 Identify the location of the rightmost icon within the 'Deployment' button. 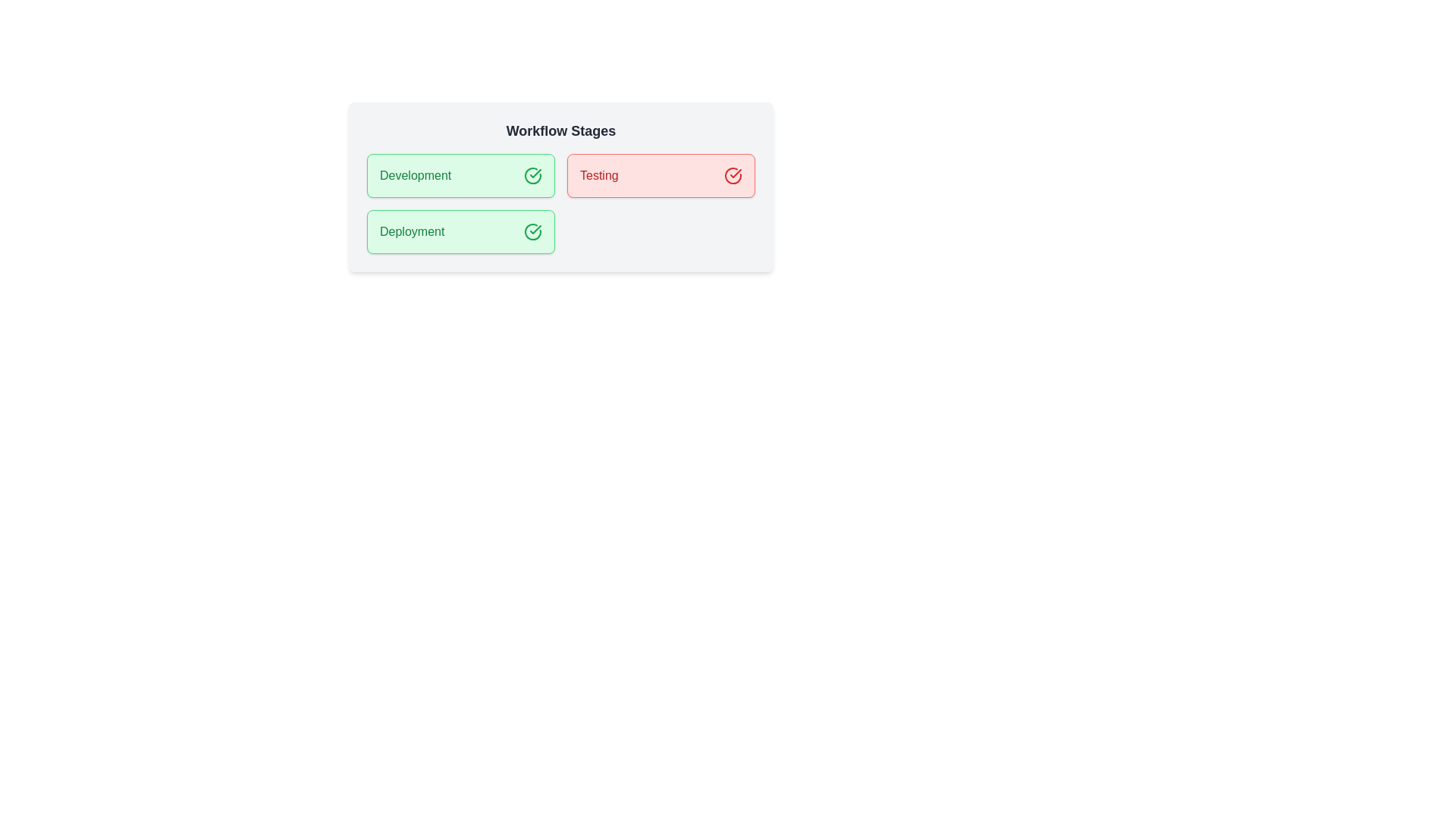
(532, 231).